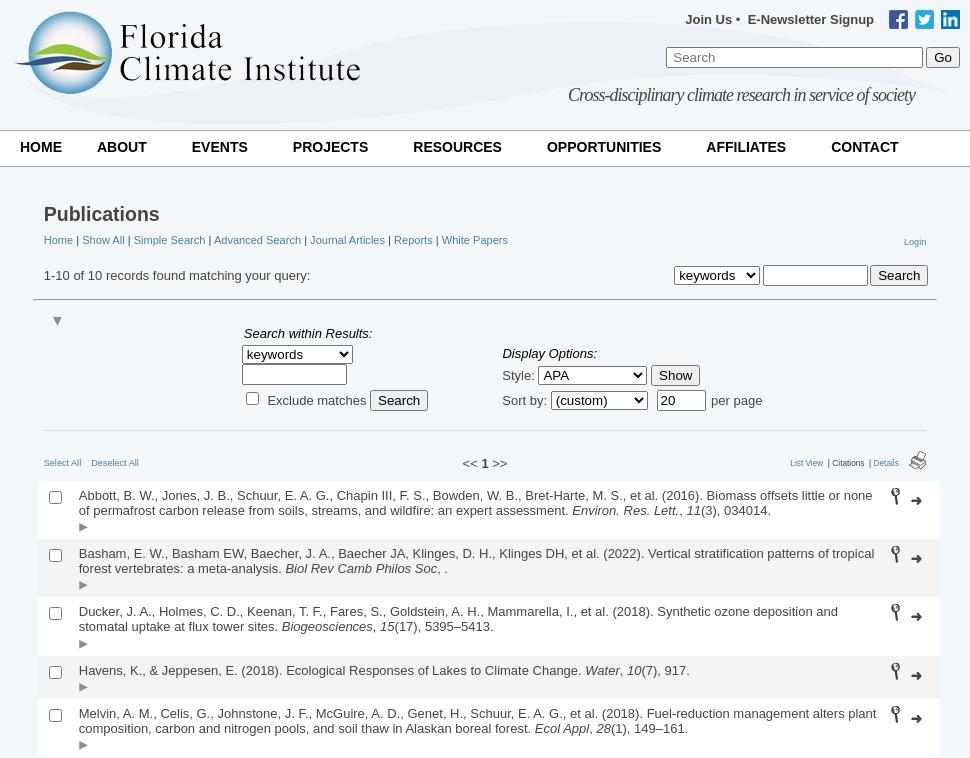  I want to click on 'E-Newsletter Signup', so click(810, 18).